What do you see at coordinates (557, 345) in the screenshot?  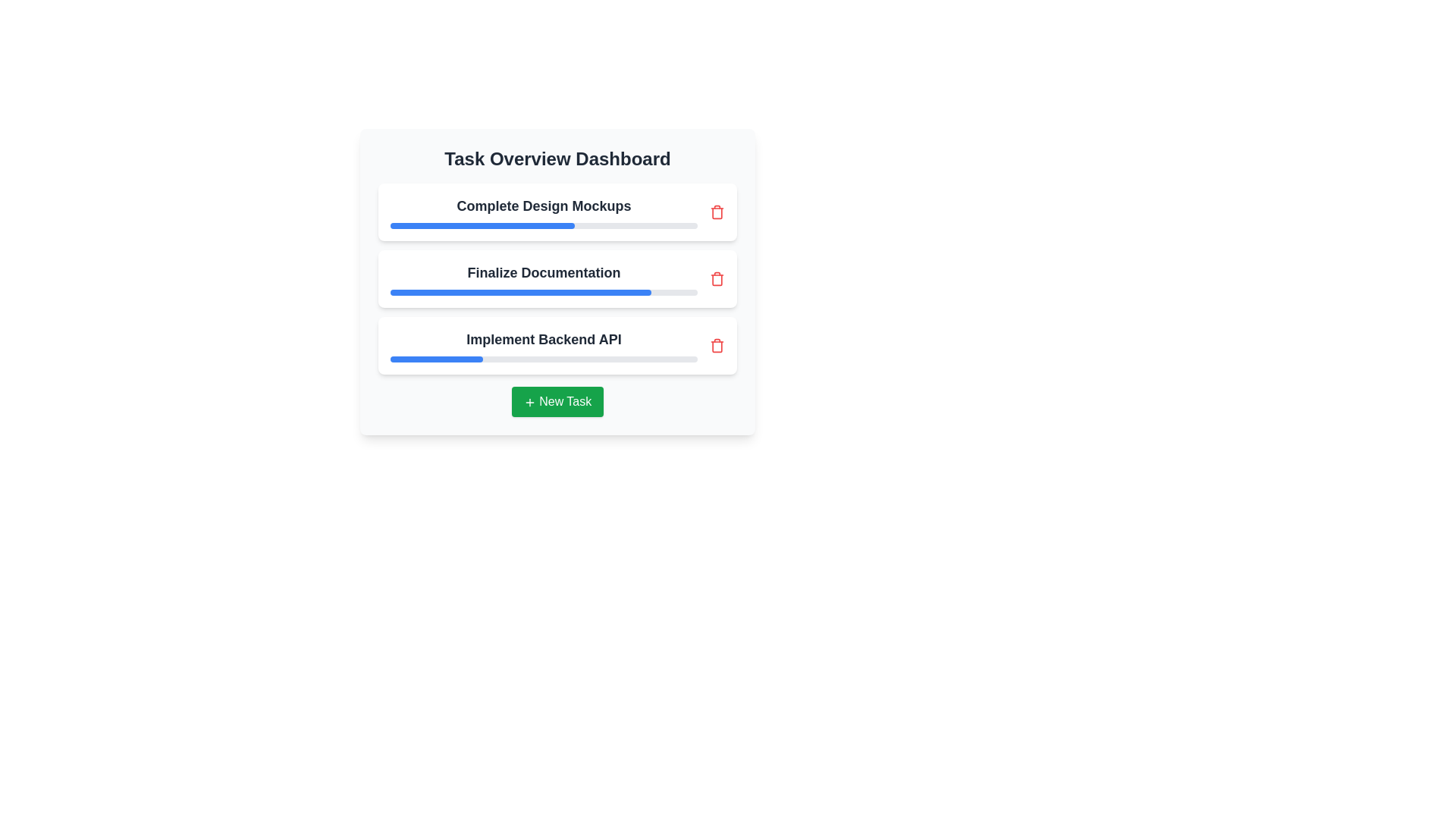 I see `the task titled Implement Backend API to view its details` at bounding box center [557, 345].